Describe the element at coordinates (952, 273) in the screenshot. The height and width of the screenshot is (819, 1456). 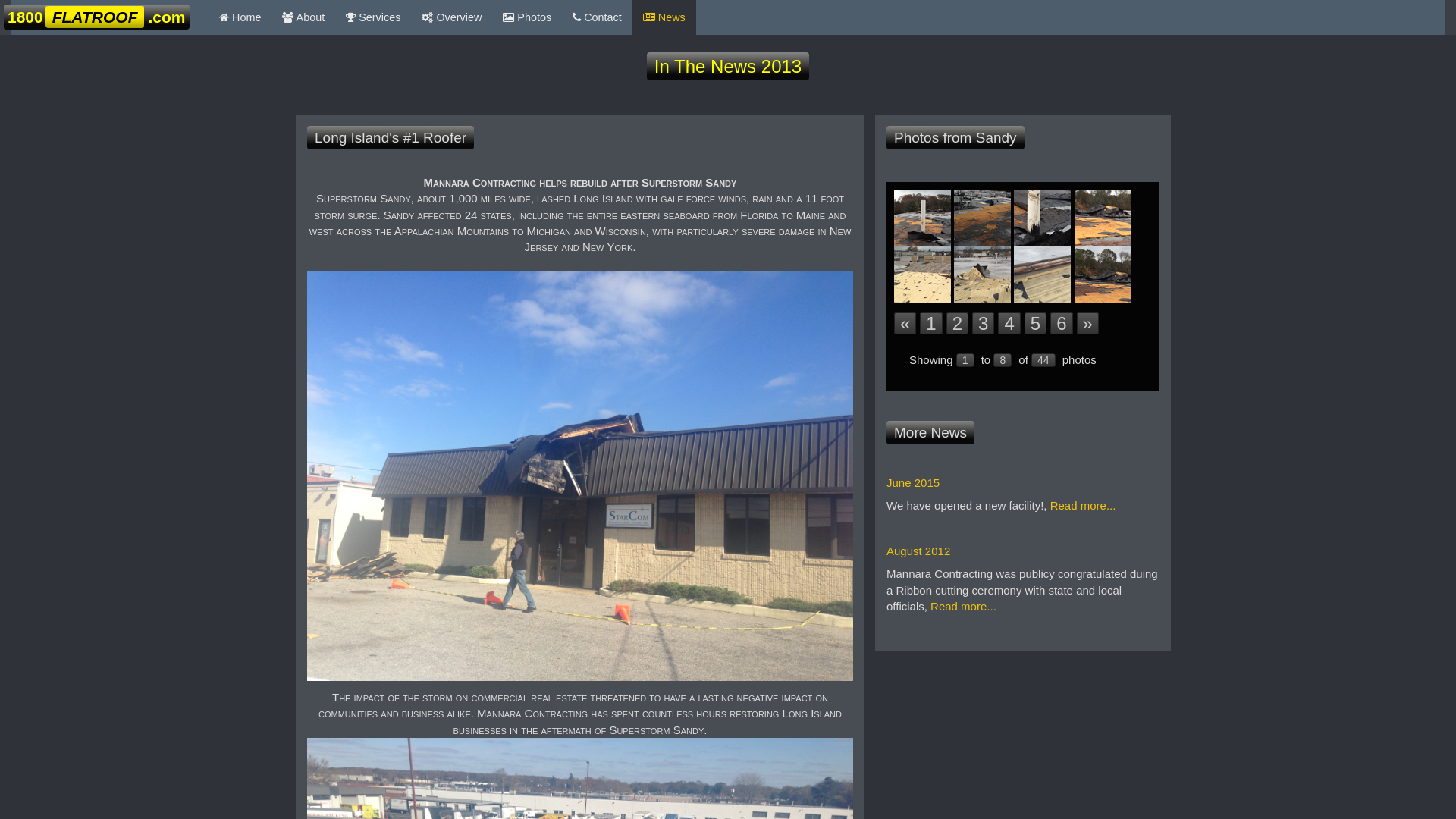
I see `'1800Flatroof.com on the  job'` at that location.